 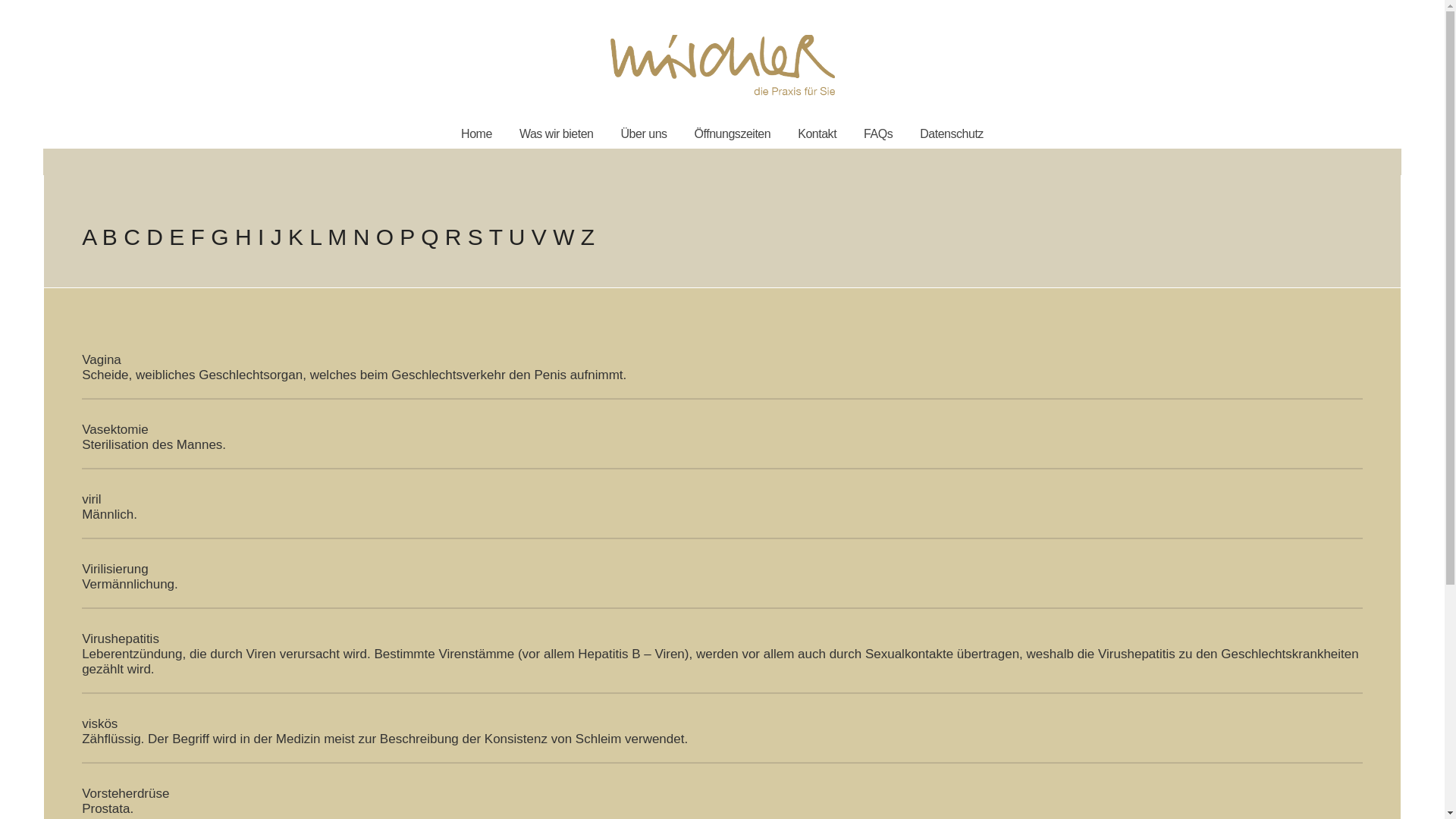 I want to click on 'I', so click(x=261, y=237).